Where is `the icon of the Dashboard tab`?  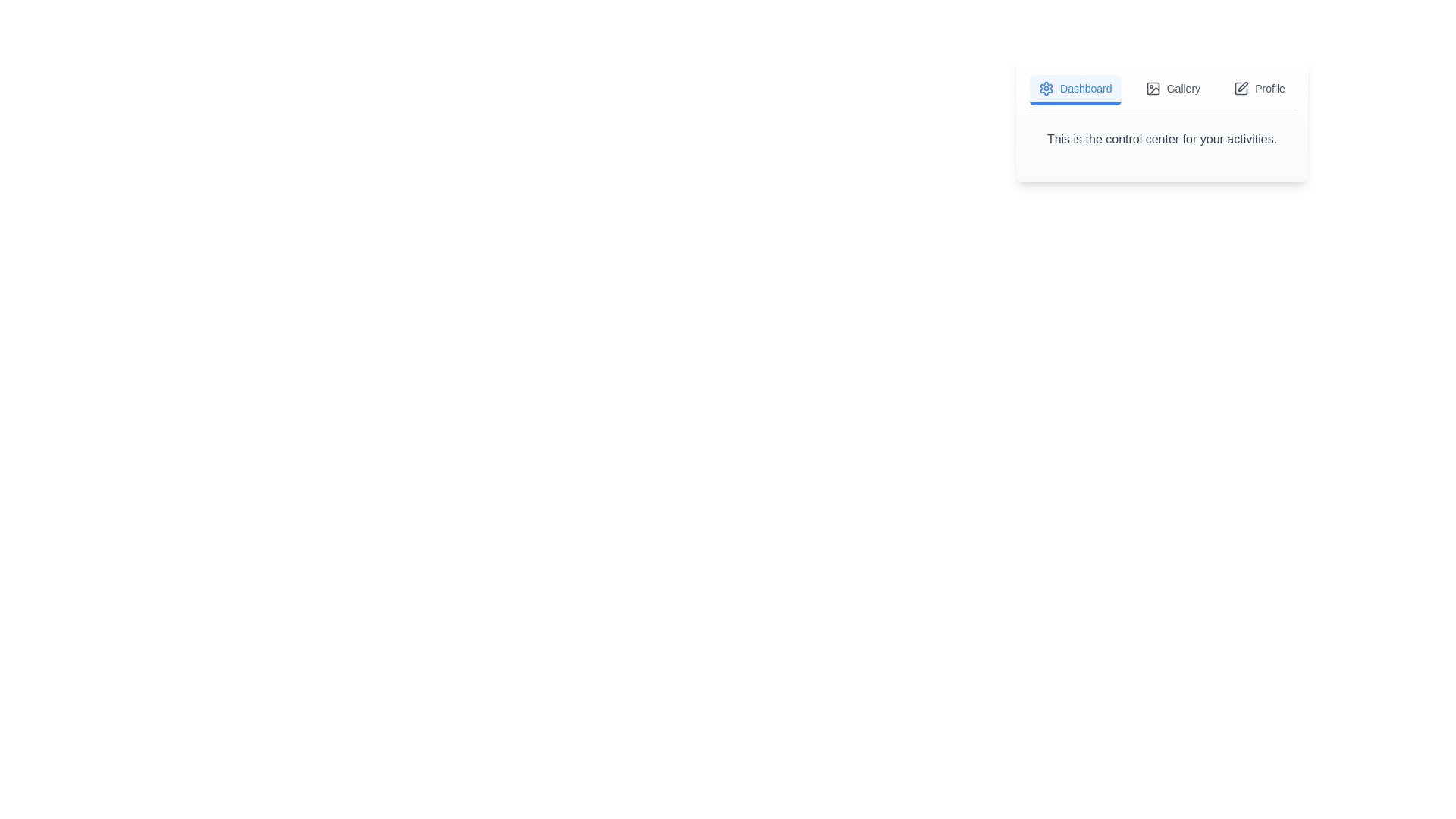 the icon of the Dashboard tab is located at coordinates (1046, 88).